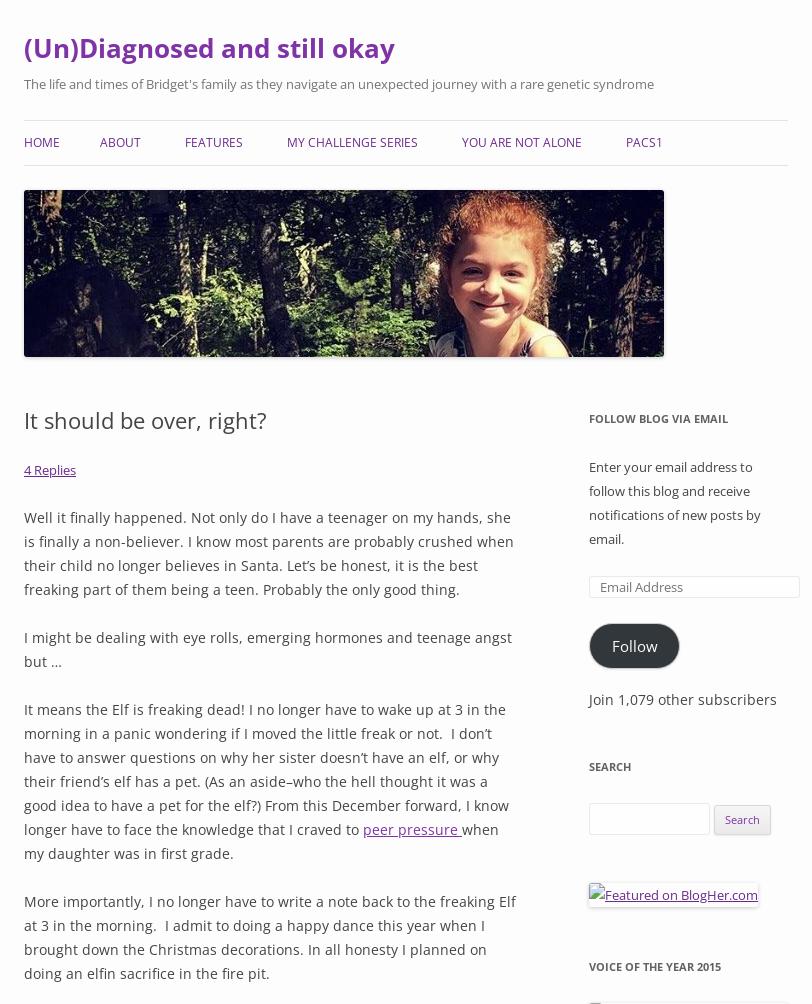  I want to click on 'It should be over, right?', so click(24, 418).